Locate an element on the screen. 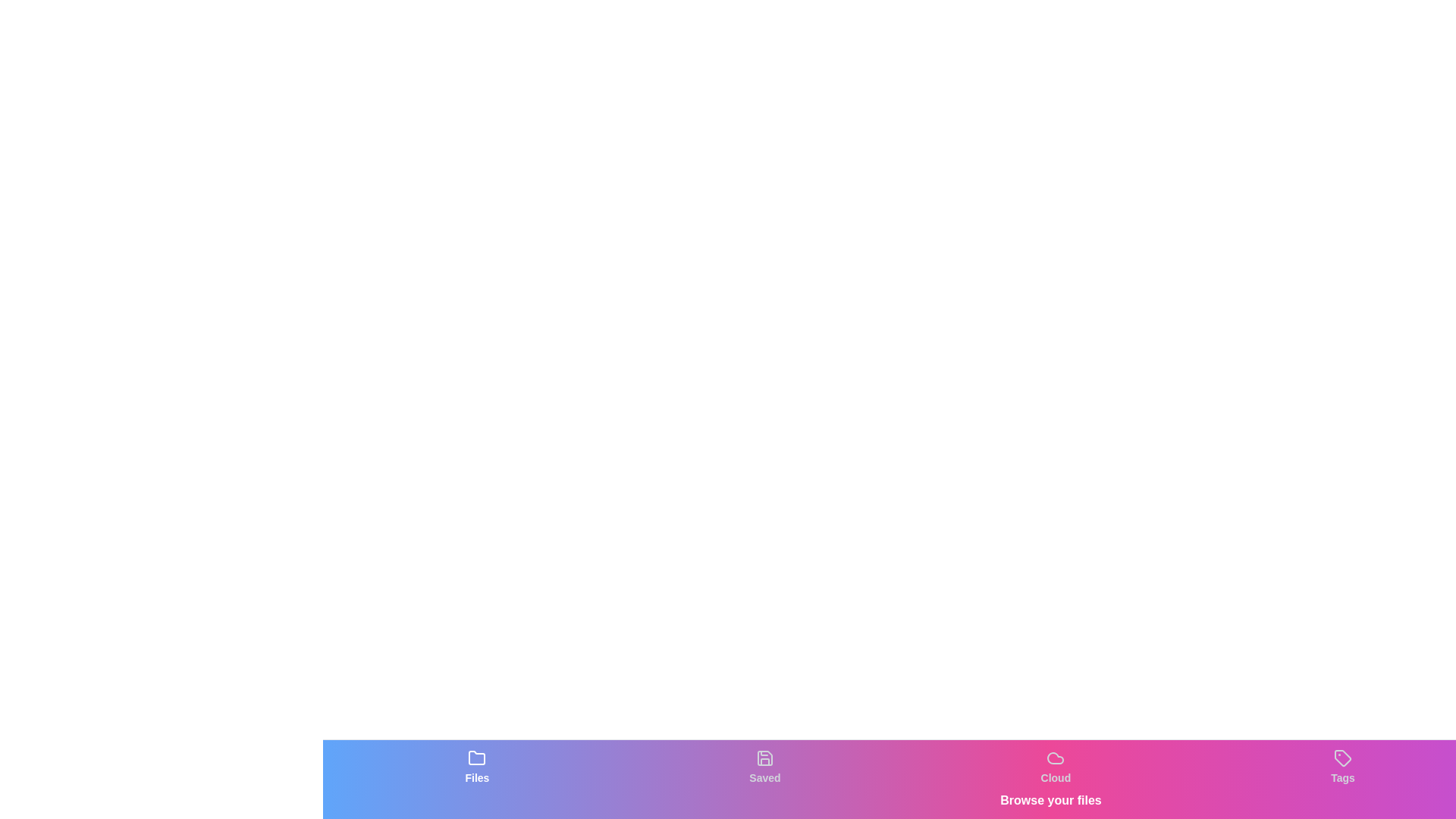 This screenshot has height=819, width=1456. the tab labeled Files to observe visual feedback is located at coordinates (476, 767).